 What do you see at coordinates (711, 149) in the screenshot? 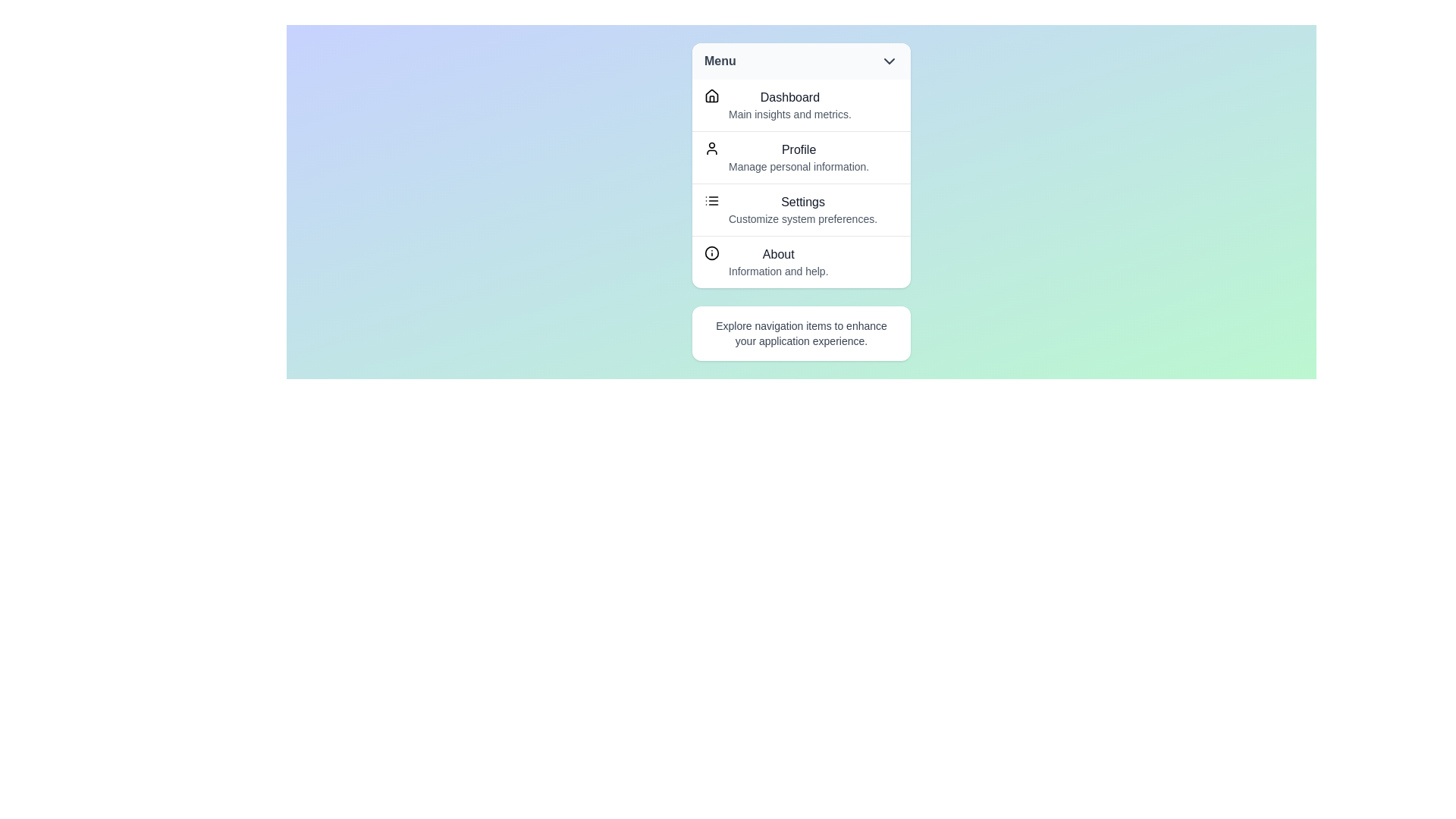
I see `the icon next to the menu item labeled Profile` at bounding box center [711, 149].